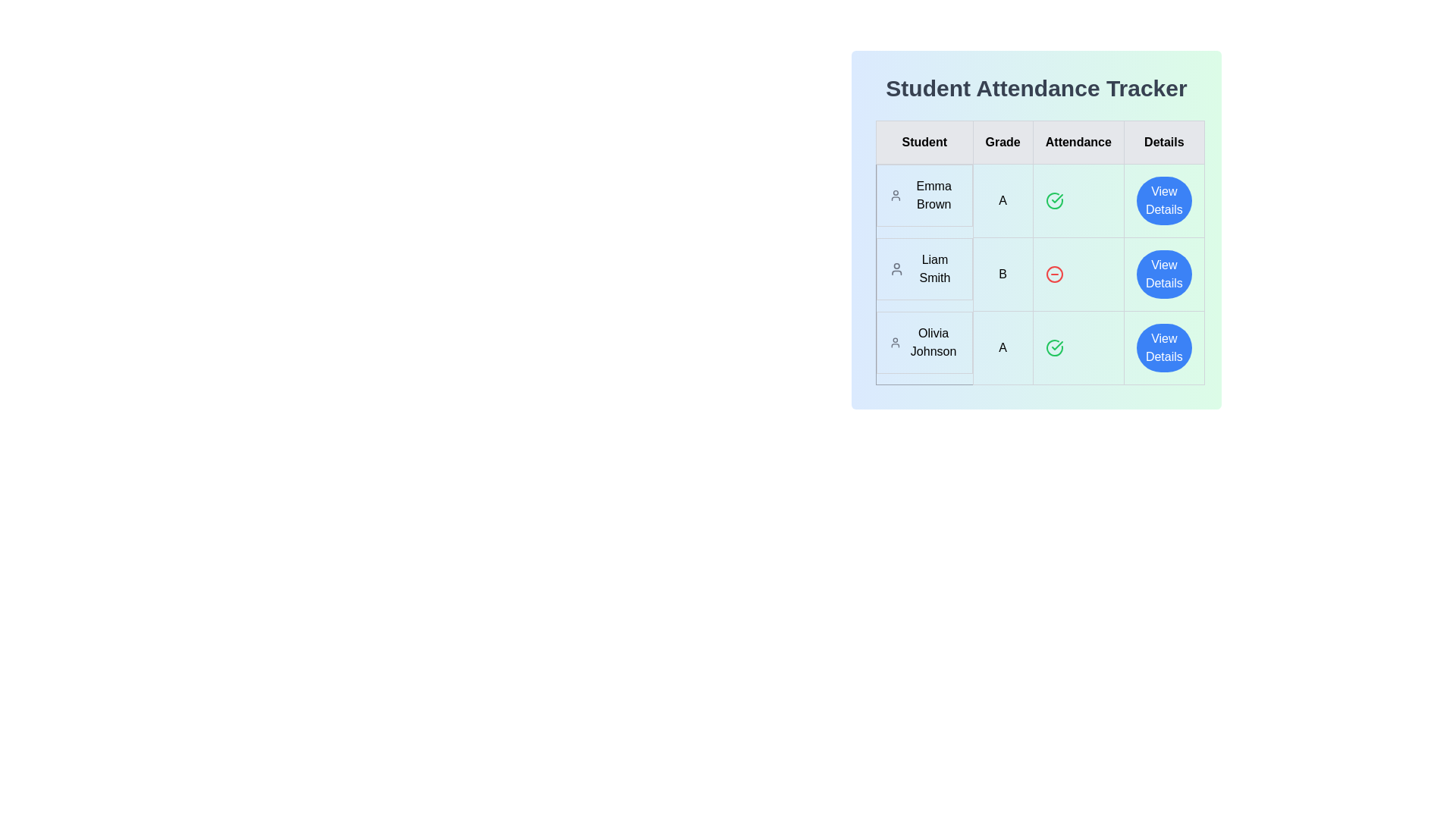  I want to click on the row corresponding to Liam Smith to highlight it, so click(1039, 275).